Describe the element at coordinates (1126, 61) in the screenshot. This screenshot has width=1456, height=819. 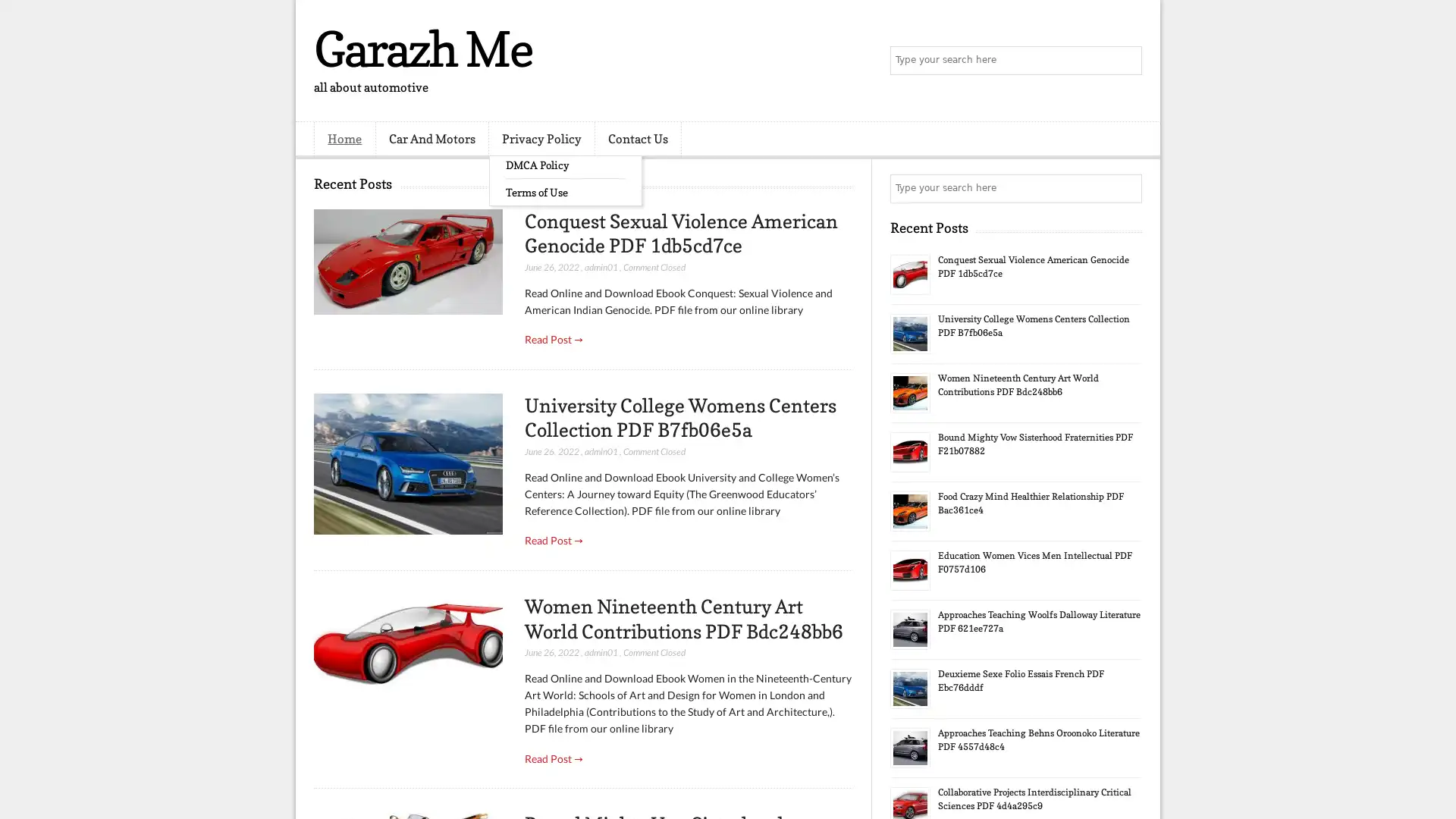
I see `Search` at that location.